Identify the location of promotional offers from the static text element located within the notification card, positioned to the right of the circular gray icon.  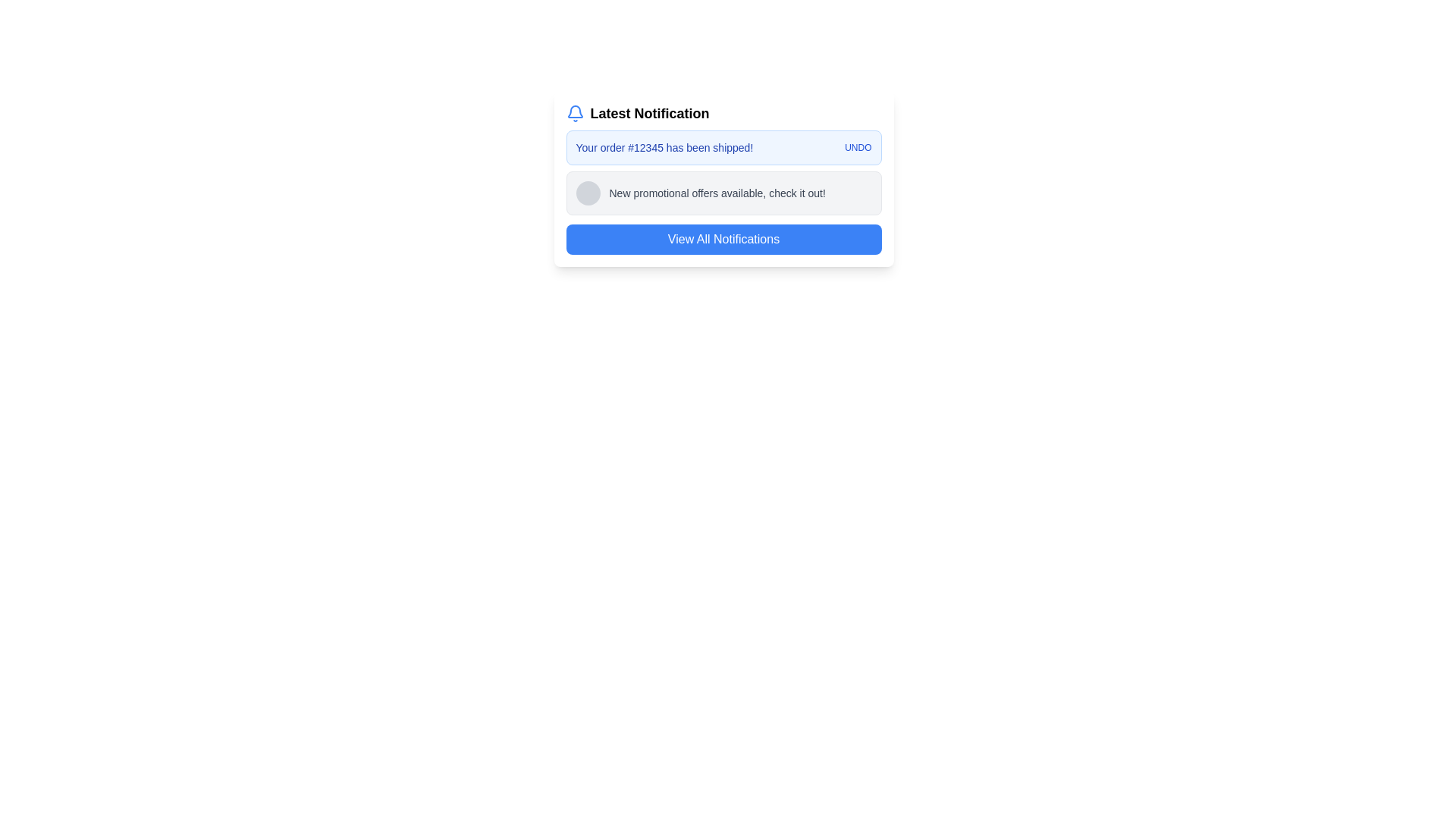
(717, 192).